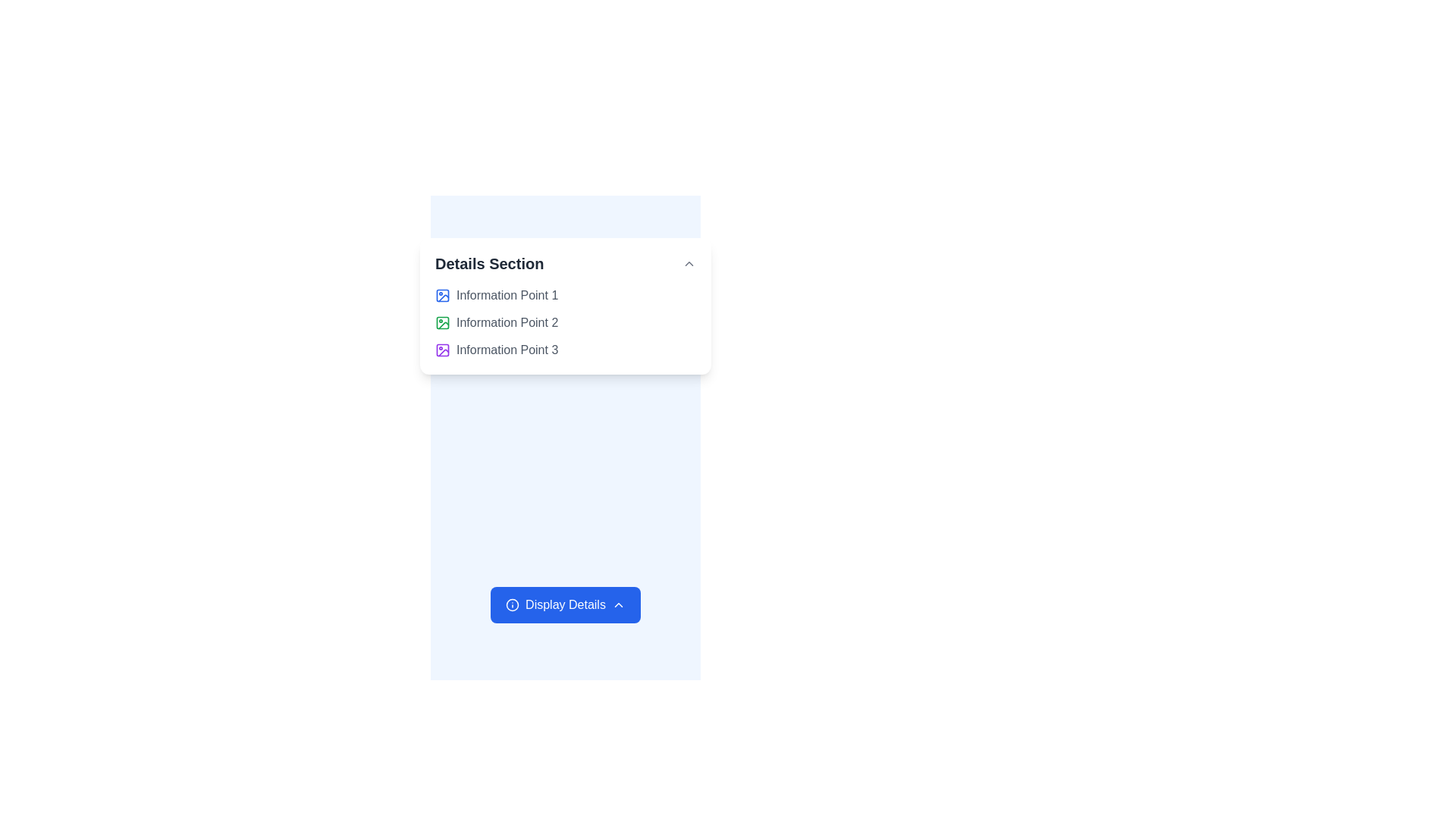 The image size is (1456, 819). I want to click on the text labeled 'Information Point 2' styled in gray color, so click(507, 322).